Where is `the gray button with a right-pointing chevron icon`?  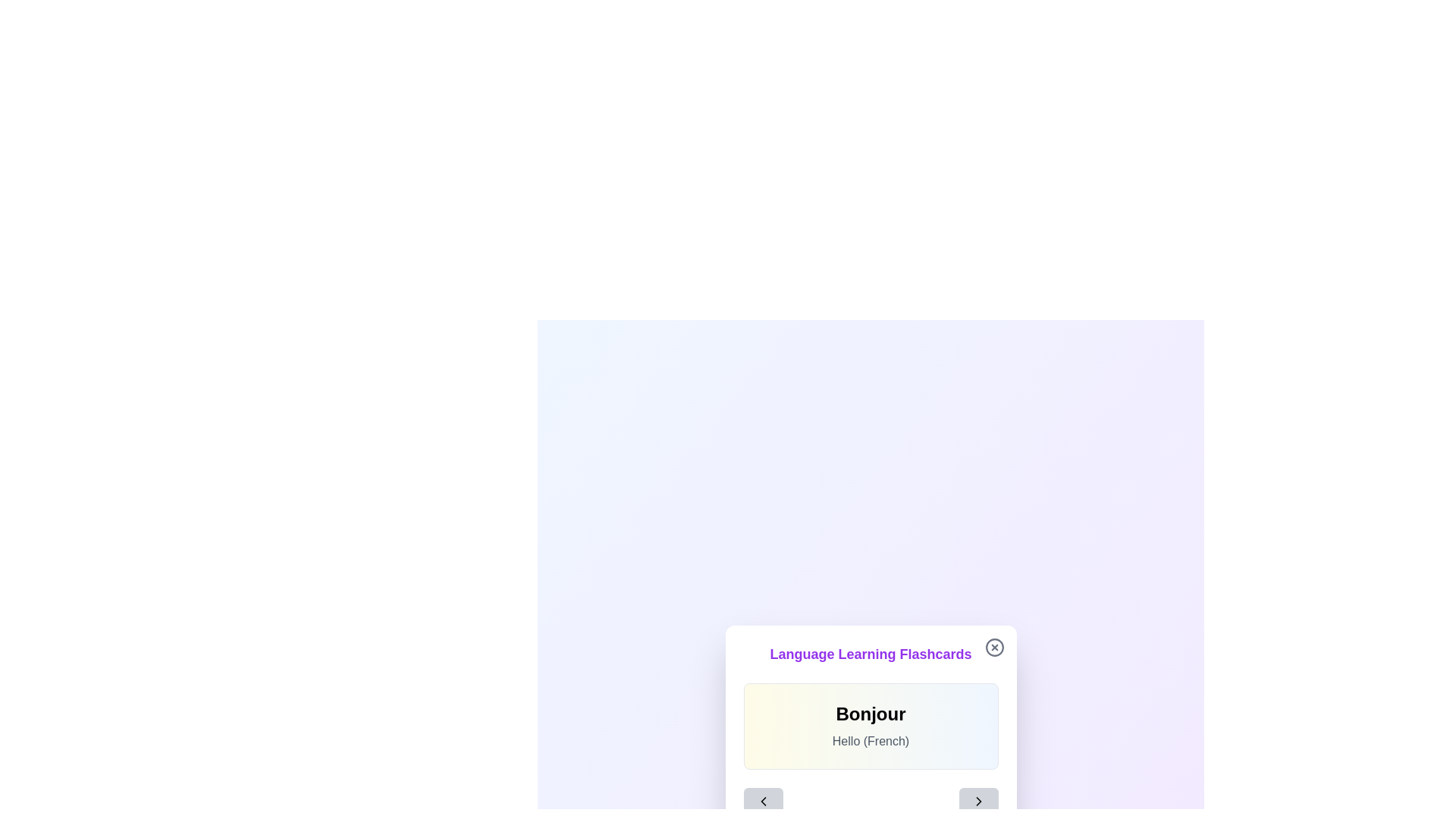 the gray button with a right-pointing chevron icon is located at coordinates (978, 800).